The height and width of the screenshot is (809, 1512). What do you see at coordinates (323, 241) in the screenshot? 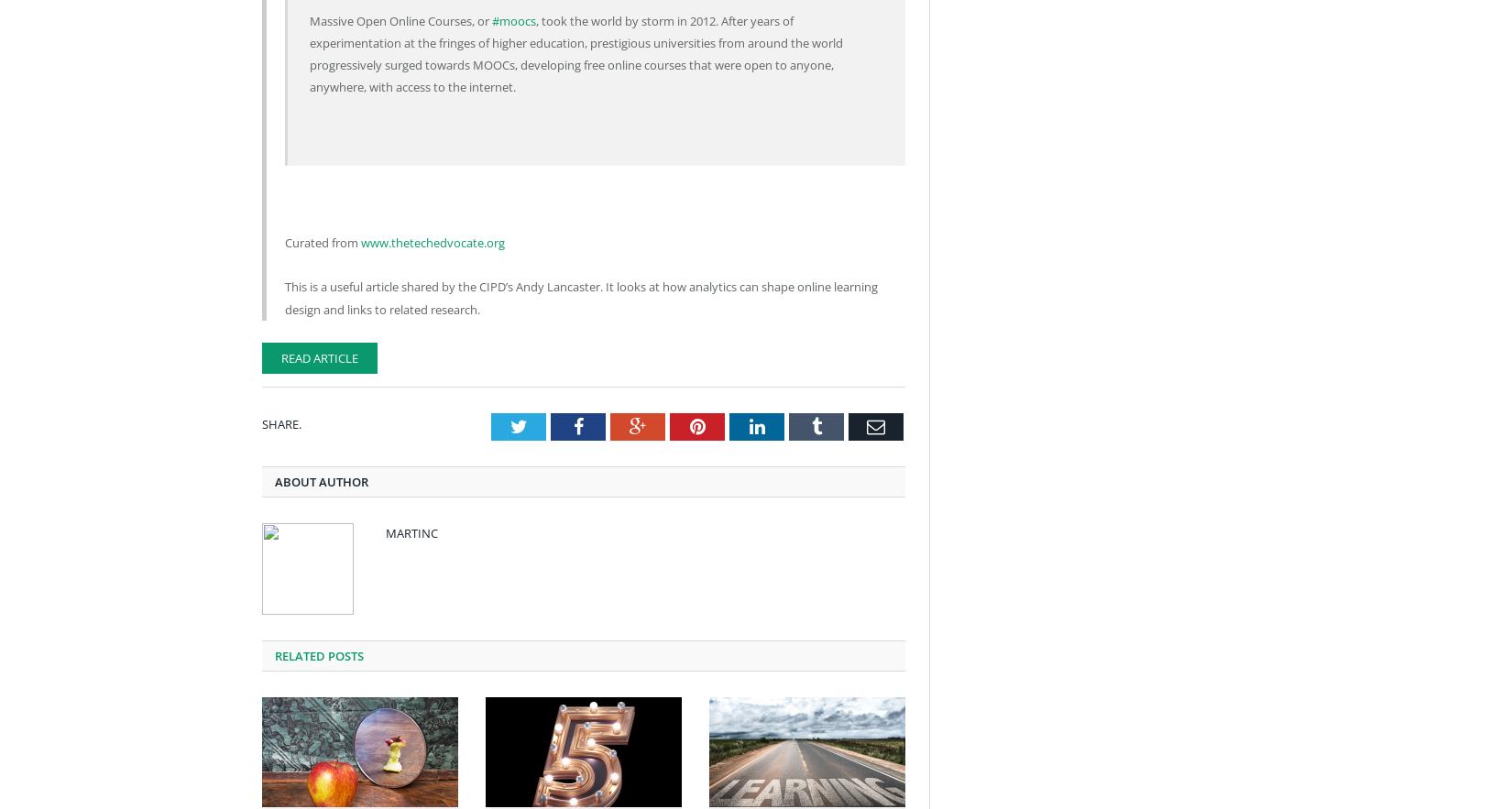
I see `'Curated from'` at bounding box center [323, 241].